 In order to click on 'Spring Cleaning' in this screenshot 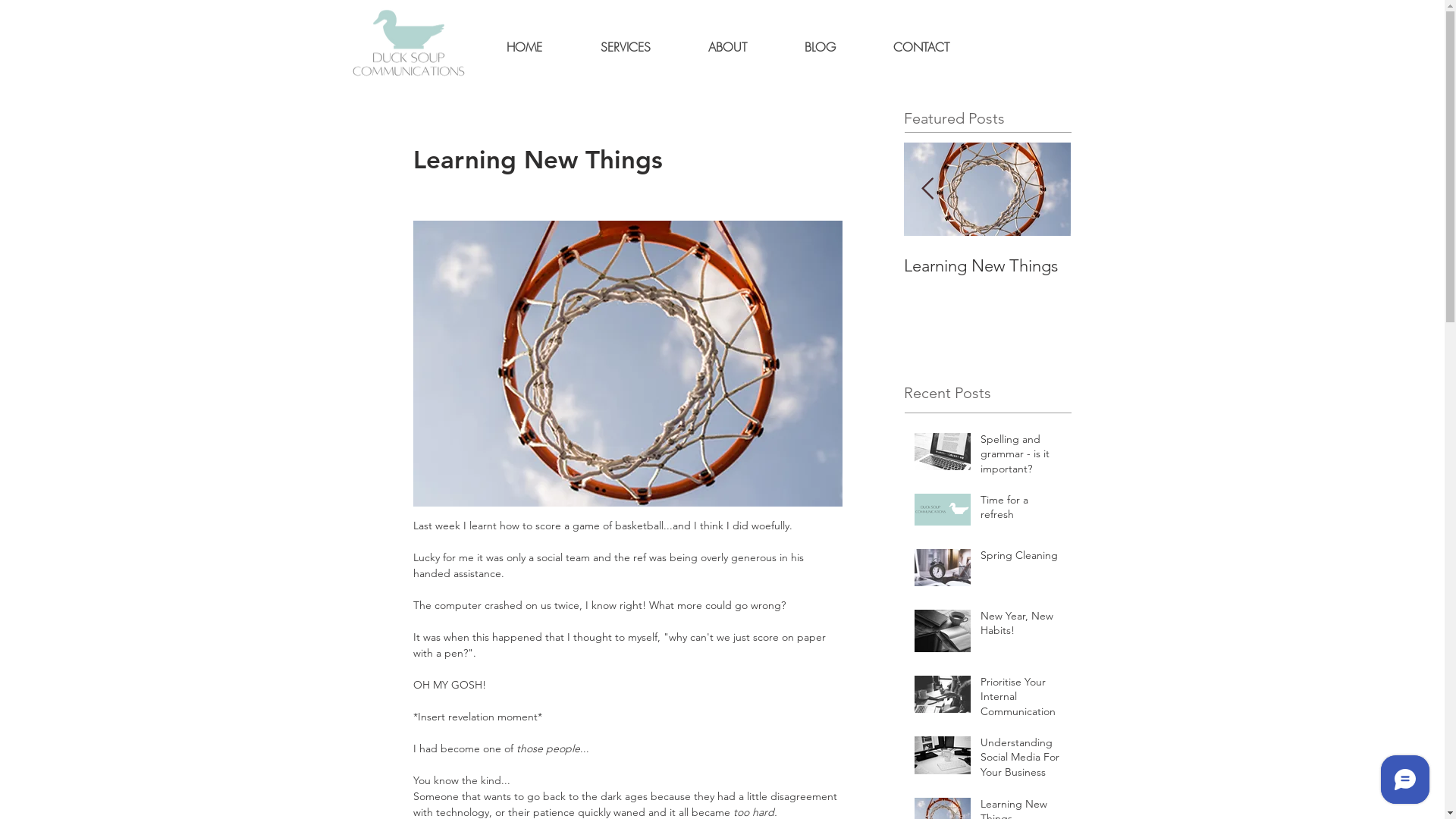, I will do `click(1020, 558)`.